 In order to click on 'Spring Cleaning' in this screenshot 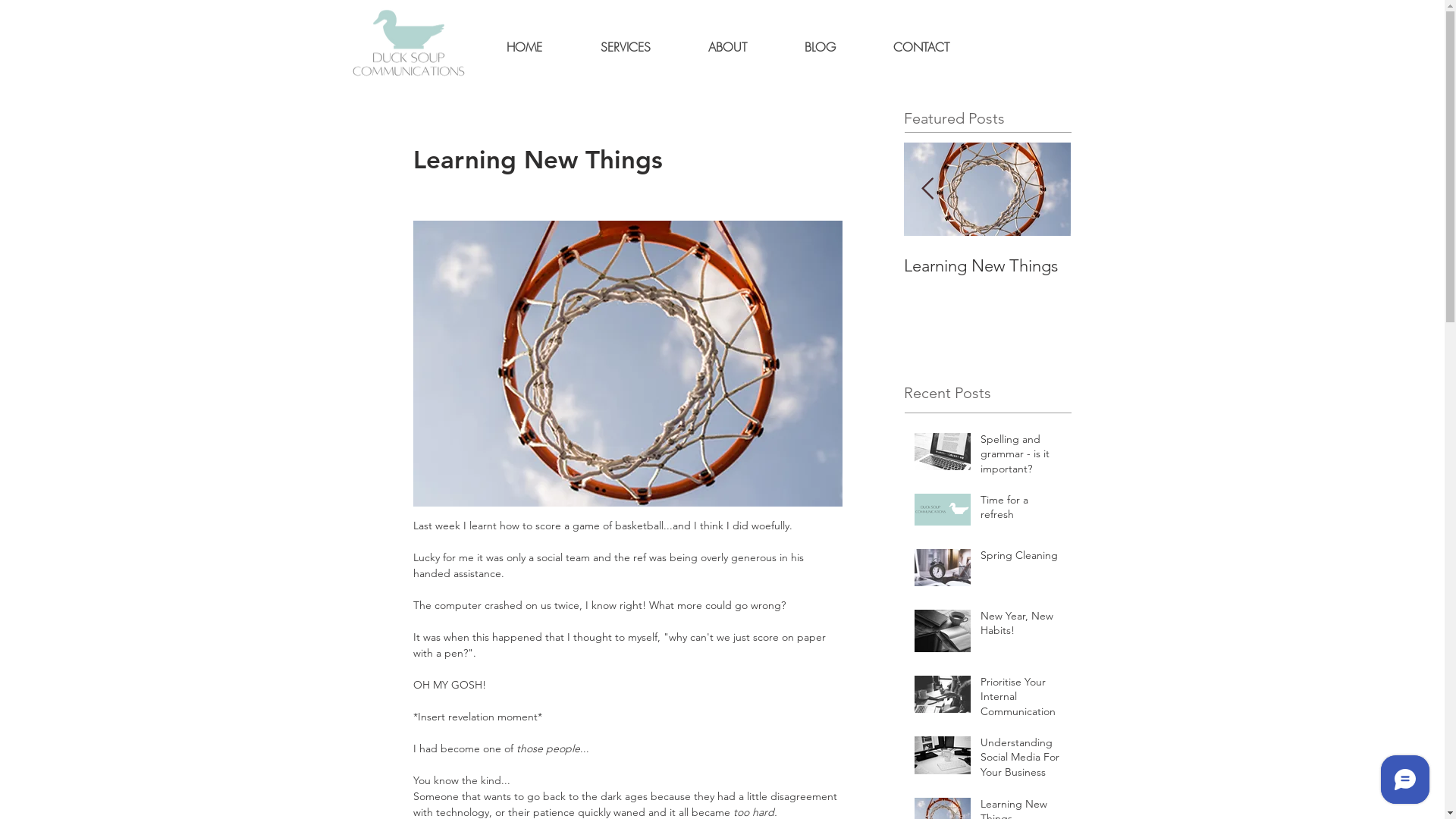, I will do `click(1020, 558)`.